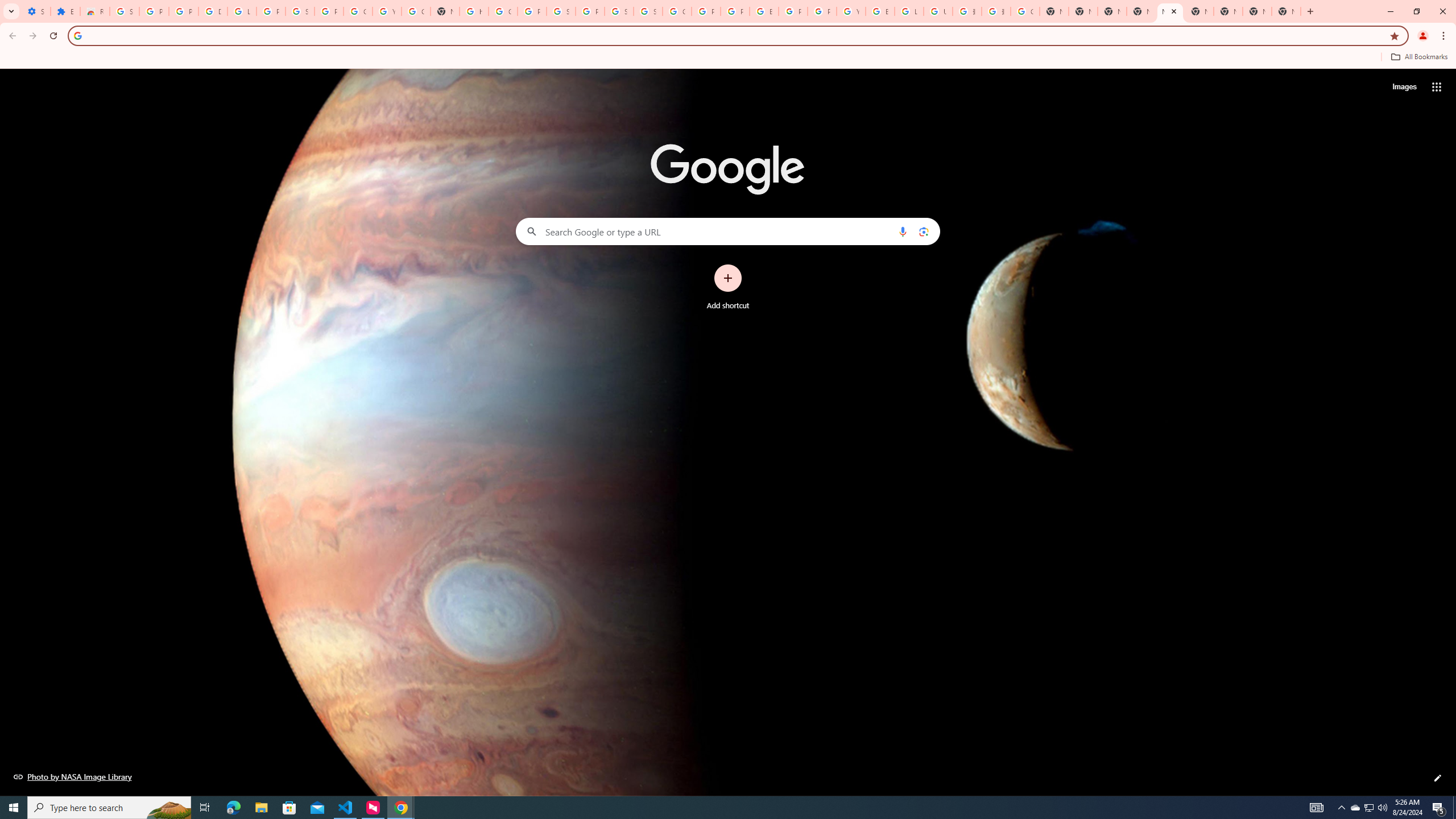 The width and height of the screenshot is (1456, 819). I want to click on 'Google Images', so click(1025, 11).